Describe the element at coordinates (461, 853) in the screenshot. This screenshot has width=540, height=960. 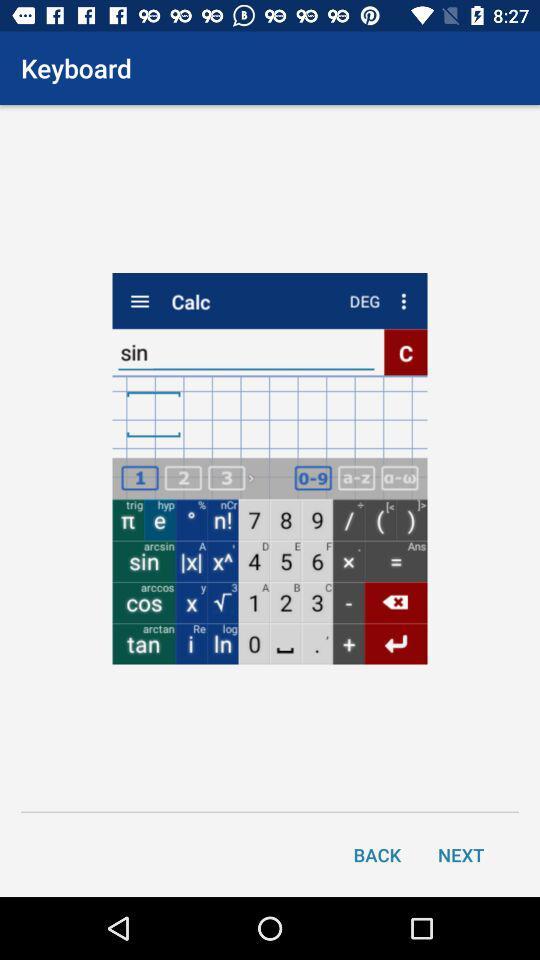
I see `next icon` at that location.